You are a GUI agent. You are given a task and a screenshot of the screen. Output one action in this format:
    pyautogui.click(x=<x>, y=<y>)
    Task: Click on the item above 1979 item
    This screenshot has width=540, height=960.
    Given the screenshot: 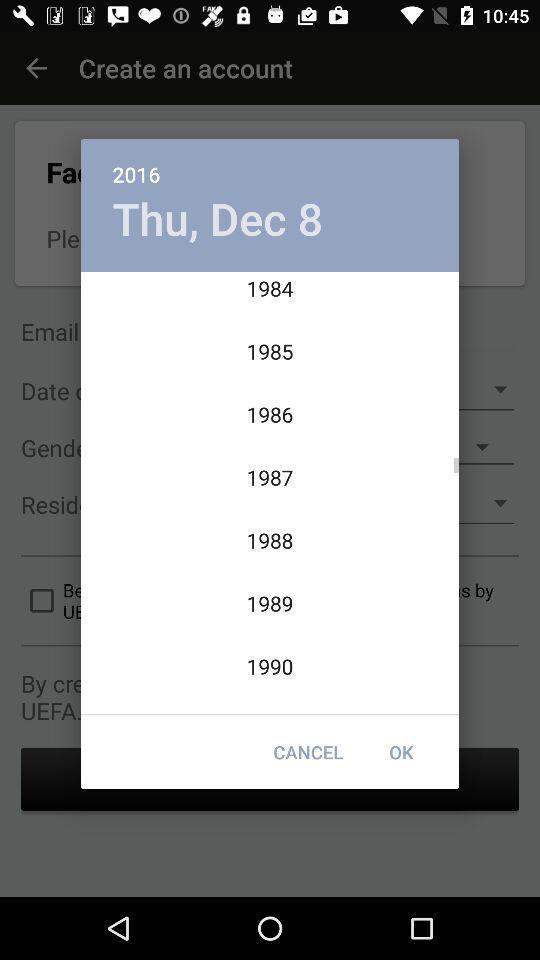 What is the action you would take?
    pyautogui.click(x=216, y=218)
    